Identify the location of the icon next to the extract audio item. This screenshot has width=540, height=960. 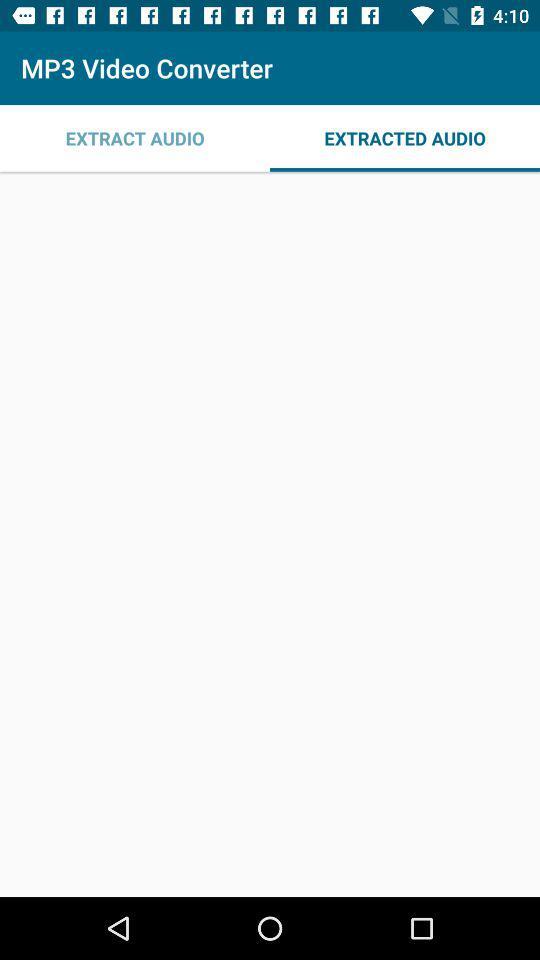
(405, 137).